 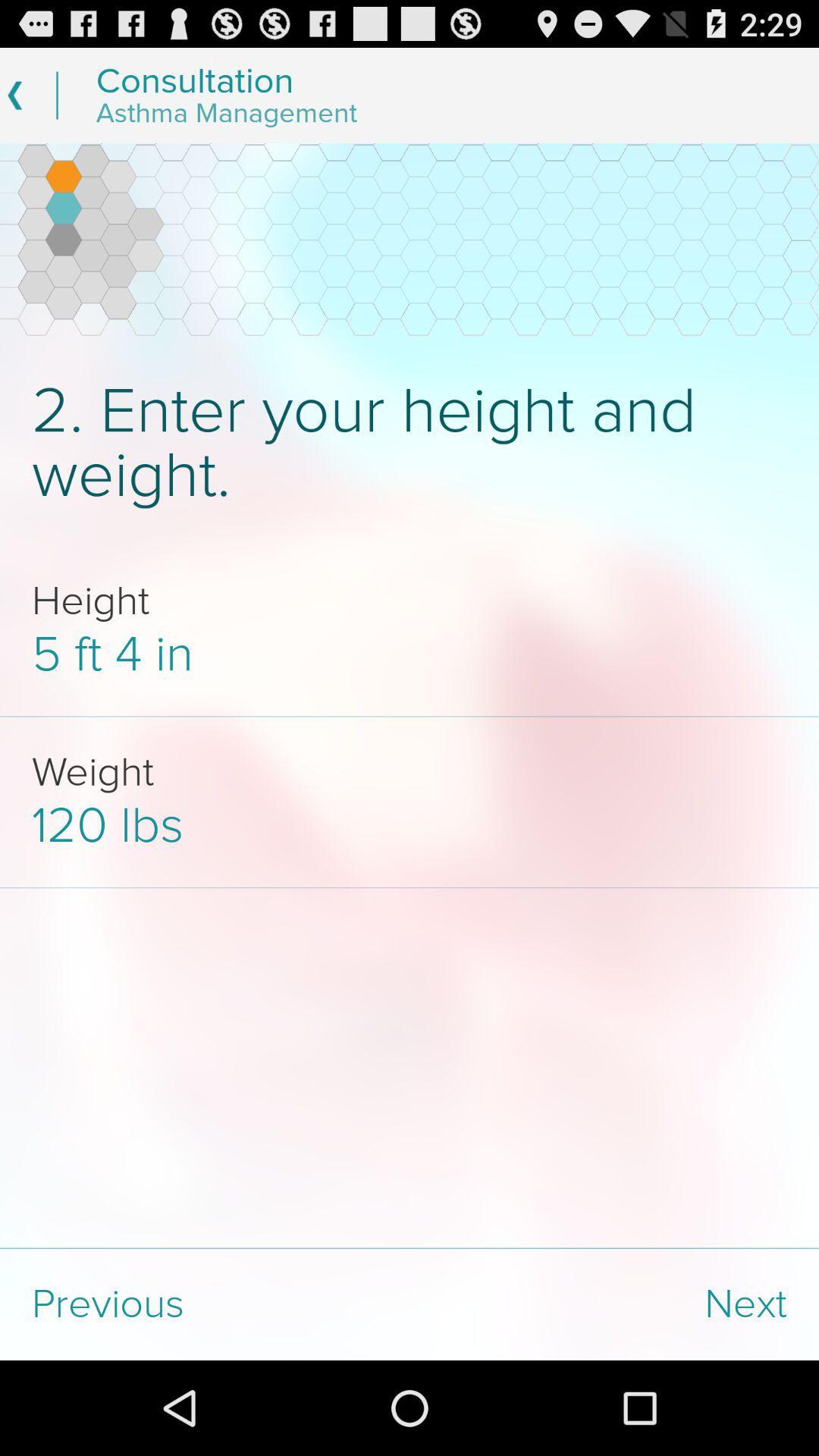 I want to click on the app to the left of the next icon, so click(x=205, y=1304).